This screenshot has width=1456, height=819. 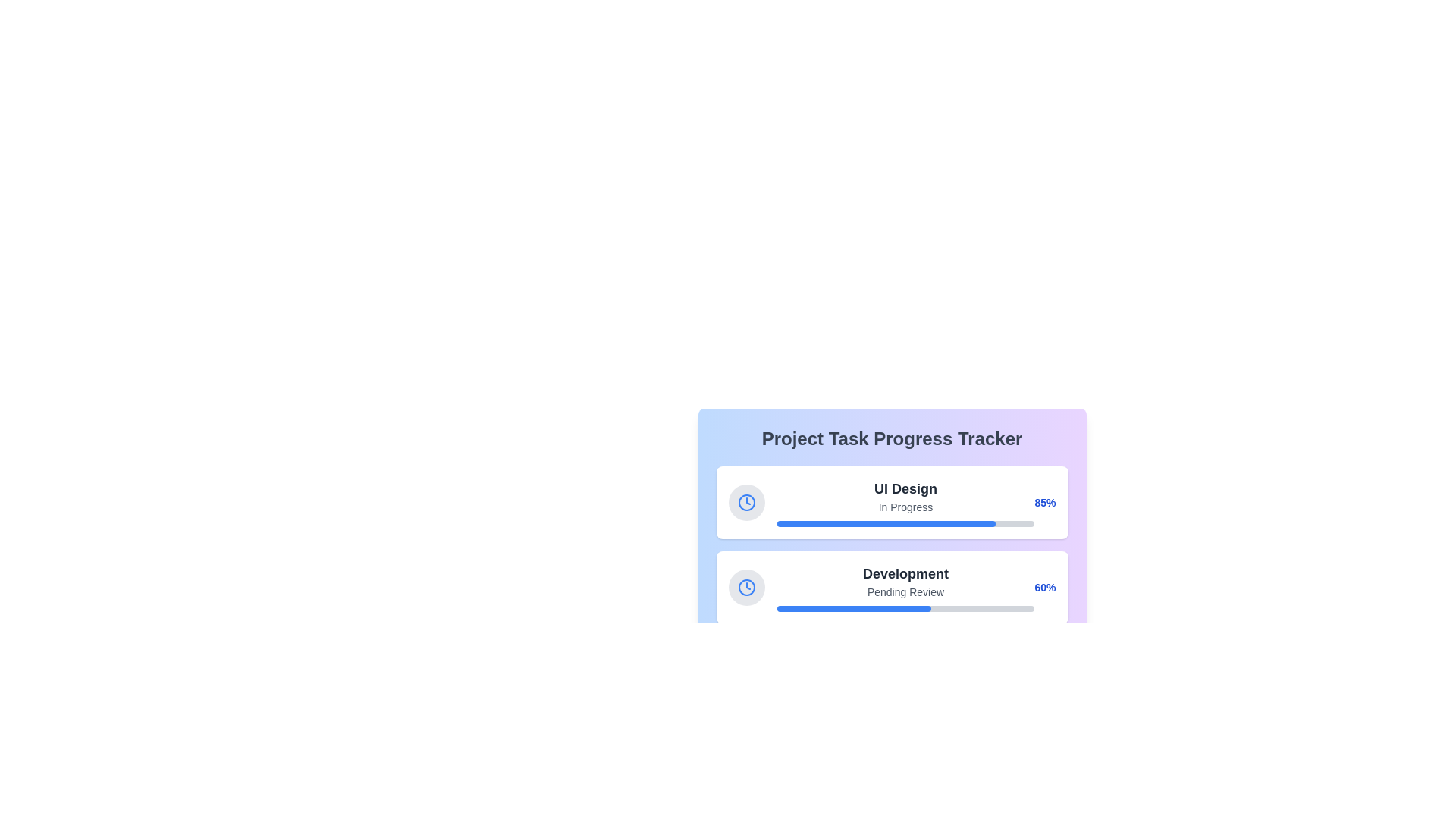 What do you see at coordinates (905, 587) in the screenshot?
I see `the text block that displays 'Development' and 'Pending Review' with a progress bar below it, located centrally in the bottom half of the display` at bounding box center [905, 587].